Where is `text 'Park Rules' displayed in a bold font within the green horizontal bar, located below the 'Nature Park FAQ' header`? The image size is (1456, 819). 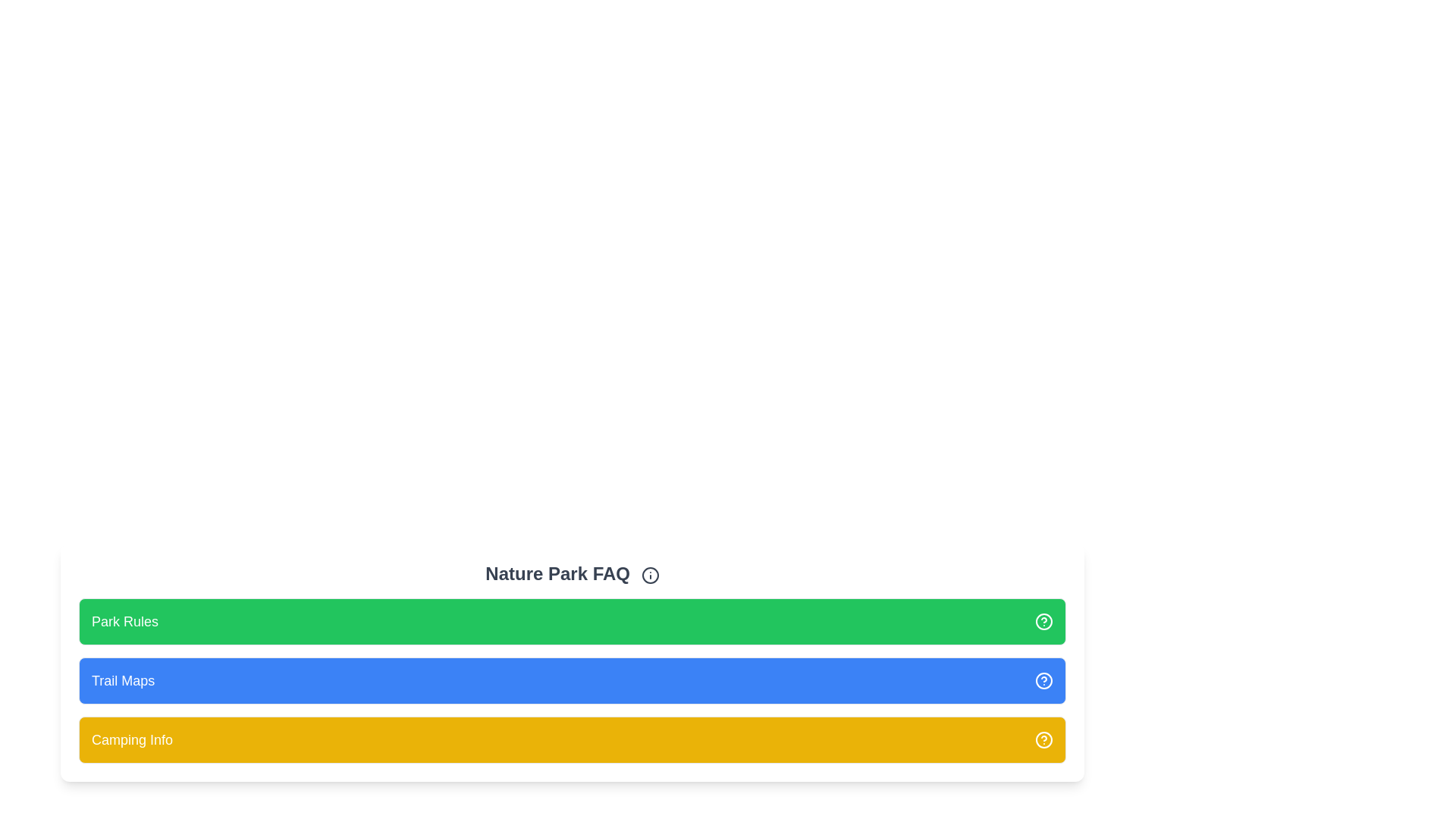
text 'Park Rules' displayed in a bold font within the green horizontal bar, located below the 'Nature Park FAQ' header is located at coordinates (124, 622).